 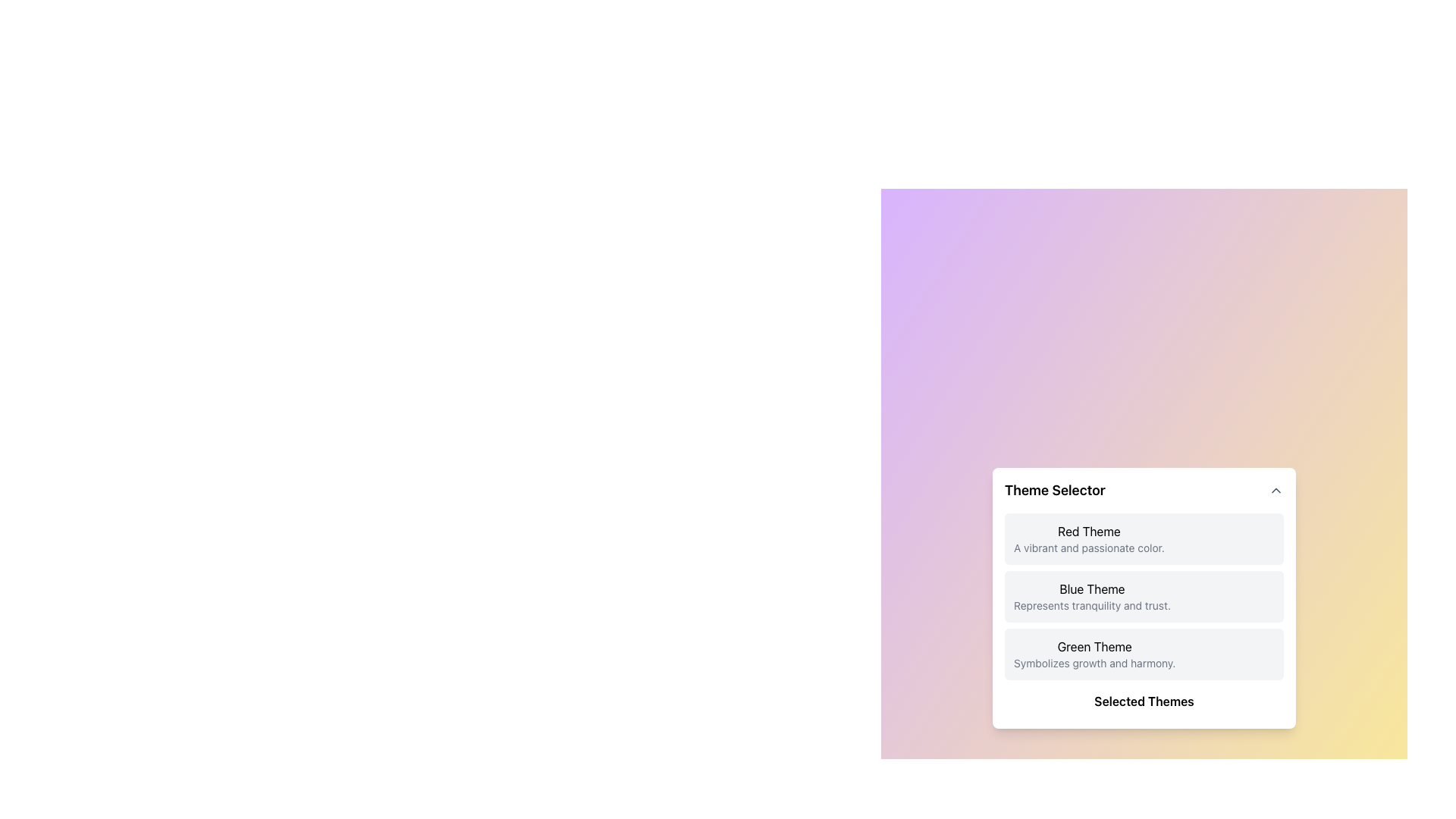 I want to click on the 'Blue Theme' selection option in the theme selection interface, so click(x=1144, y=595).